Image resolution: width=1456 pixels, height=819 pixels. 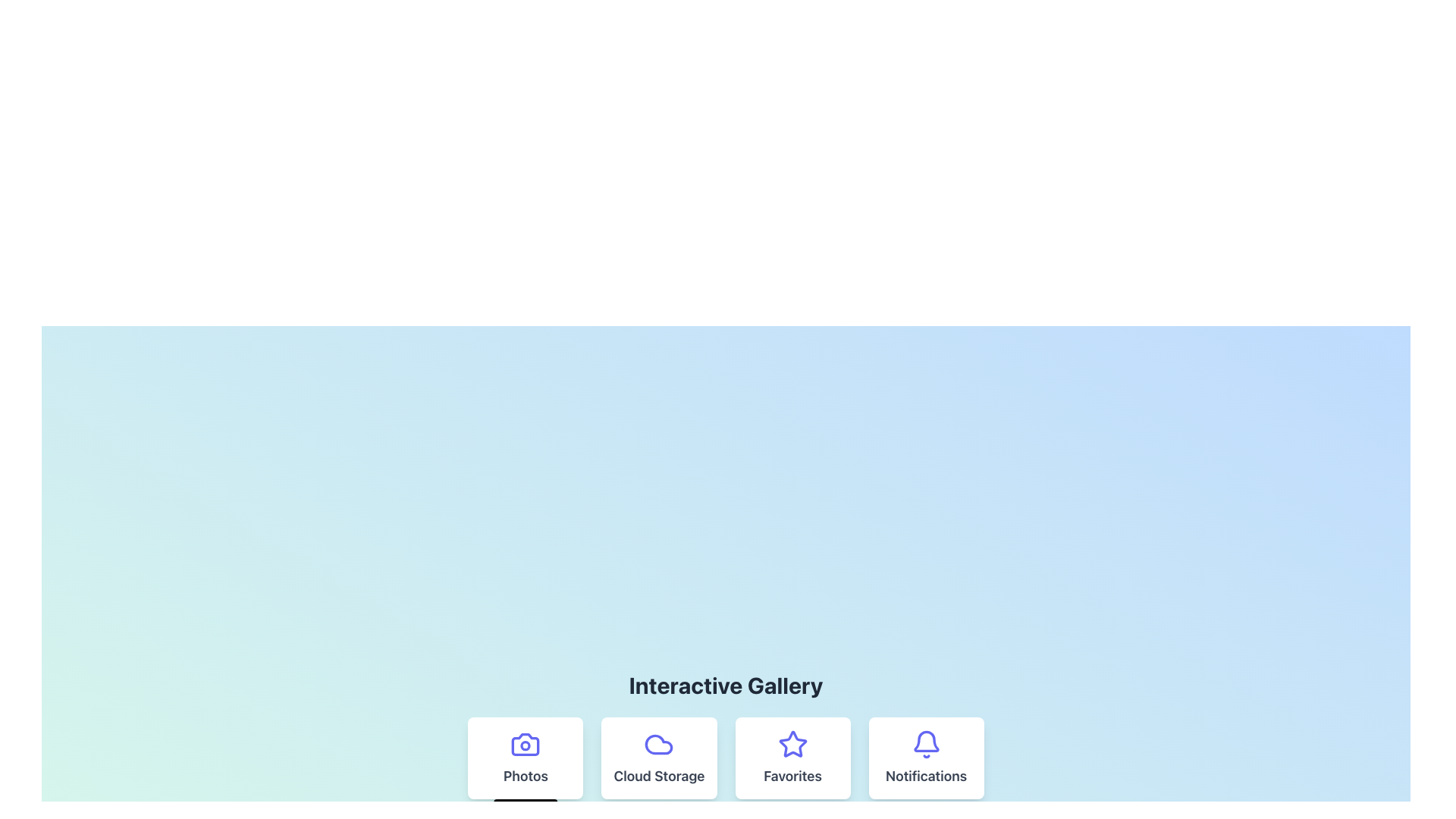 What do you see at coordinates (792, 743) in the screenshot?
I see `the central star icon with a white background and purple border` at bounding box center [792, 743].